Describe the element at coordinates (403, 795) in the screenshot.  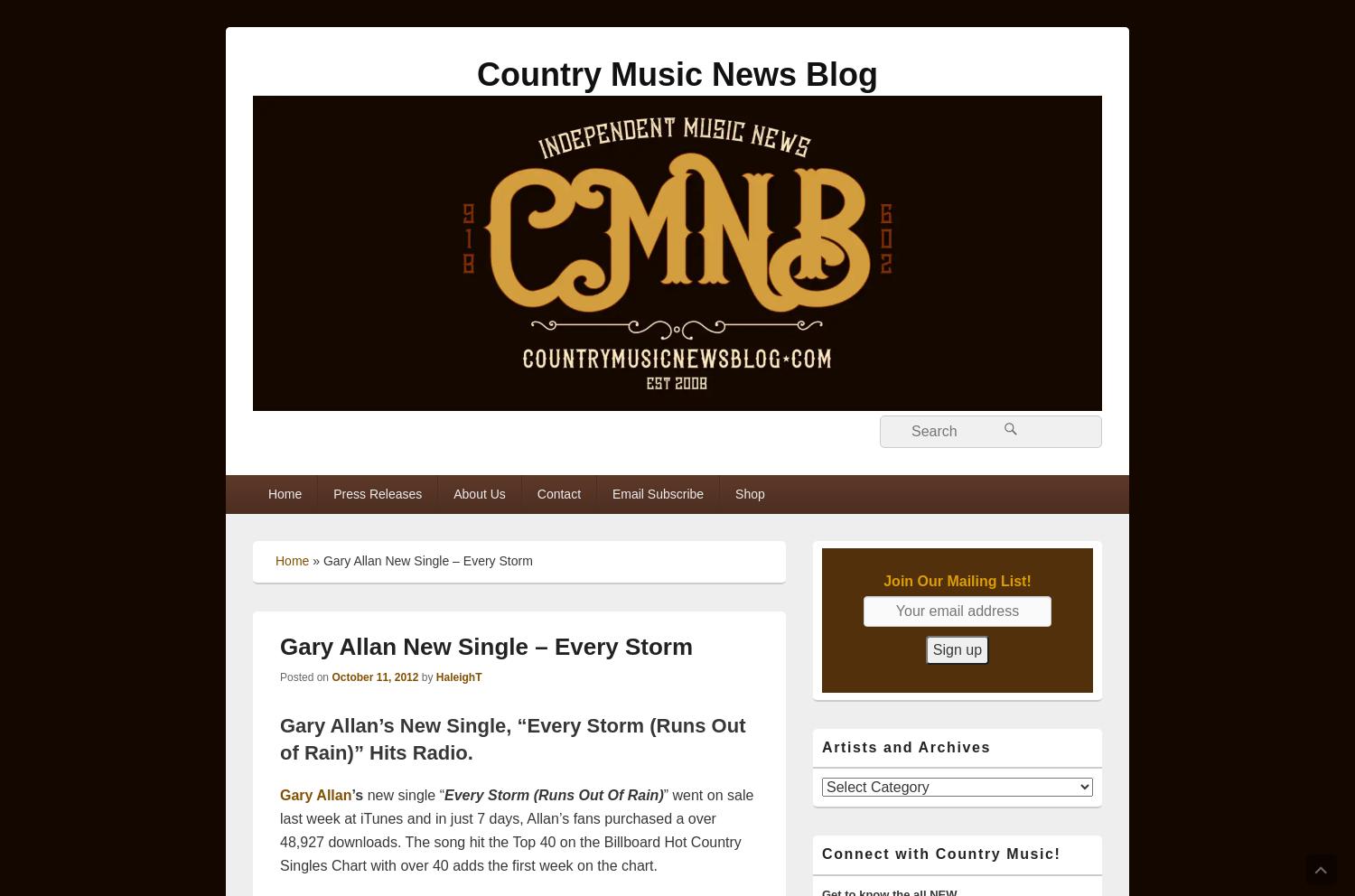
I see `'new single “'` at that location.